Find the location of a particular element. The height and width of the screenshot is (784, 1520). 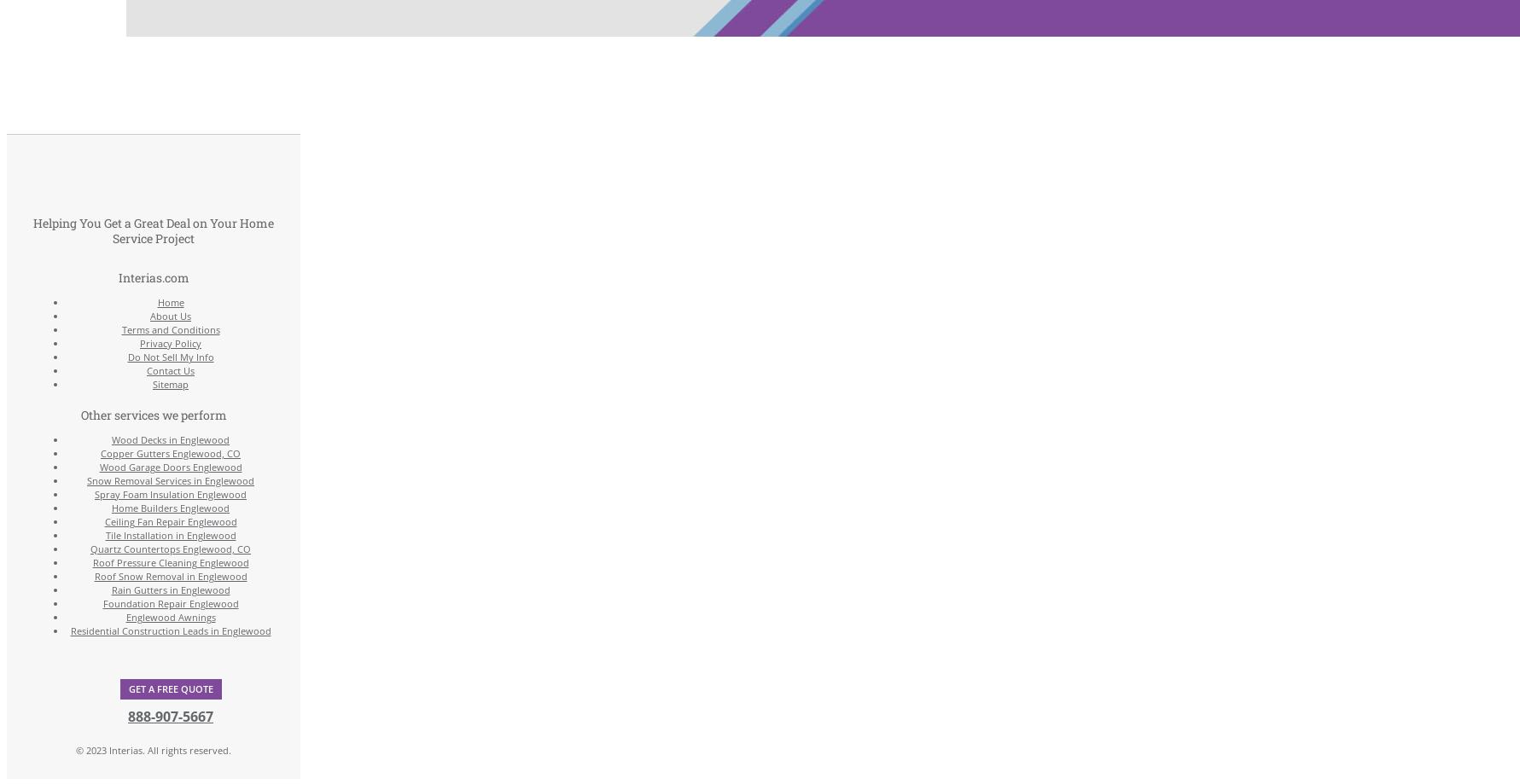

'About Us' is located at coordinates (171, 316).